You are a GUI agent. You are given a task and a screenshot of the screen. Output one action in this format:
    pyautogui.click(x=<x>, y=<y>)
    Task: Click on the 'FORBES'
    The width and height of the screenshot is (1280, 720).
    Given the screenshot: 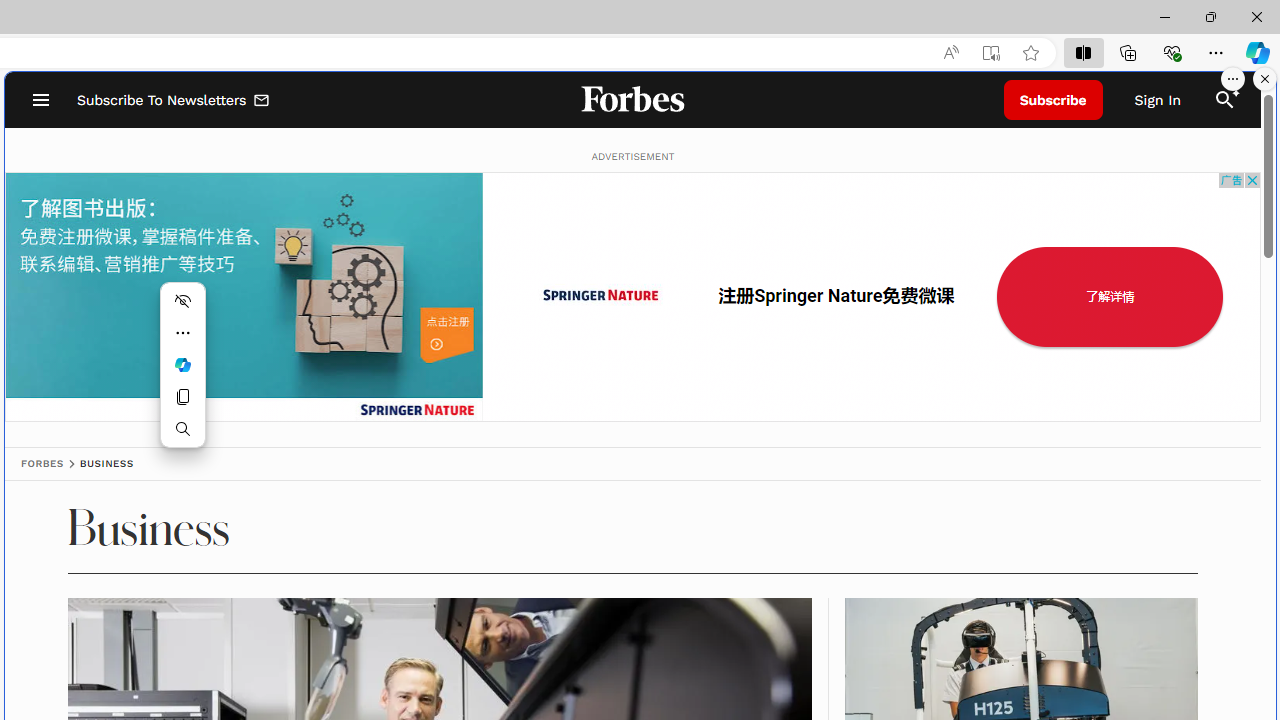 What is the action you would take?
    pyautogui.click(x=42, y=463)
    